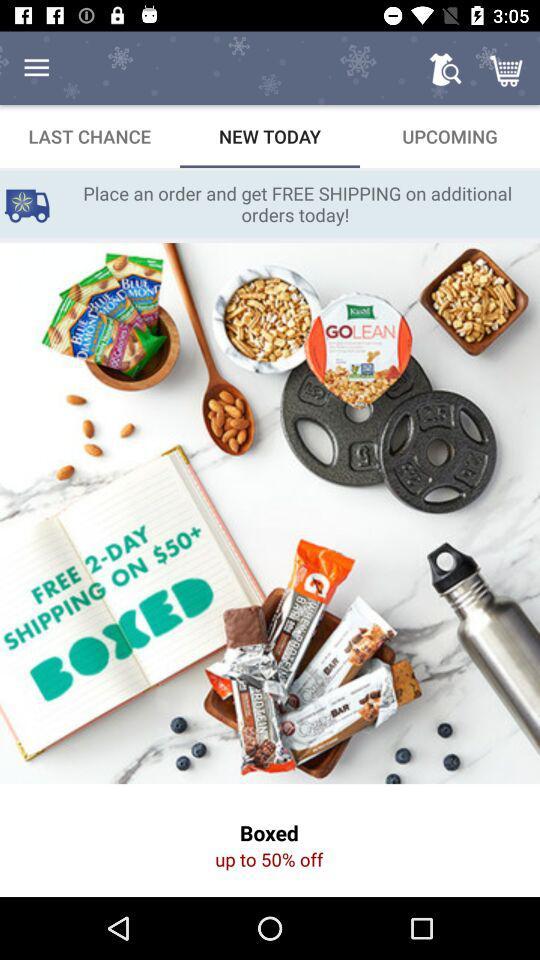 The height and width of the screenshot is (960, 540). I want to click on search icon, so click(445, 68).